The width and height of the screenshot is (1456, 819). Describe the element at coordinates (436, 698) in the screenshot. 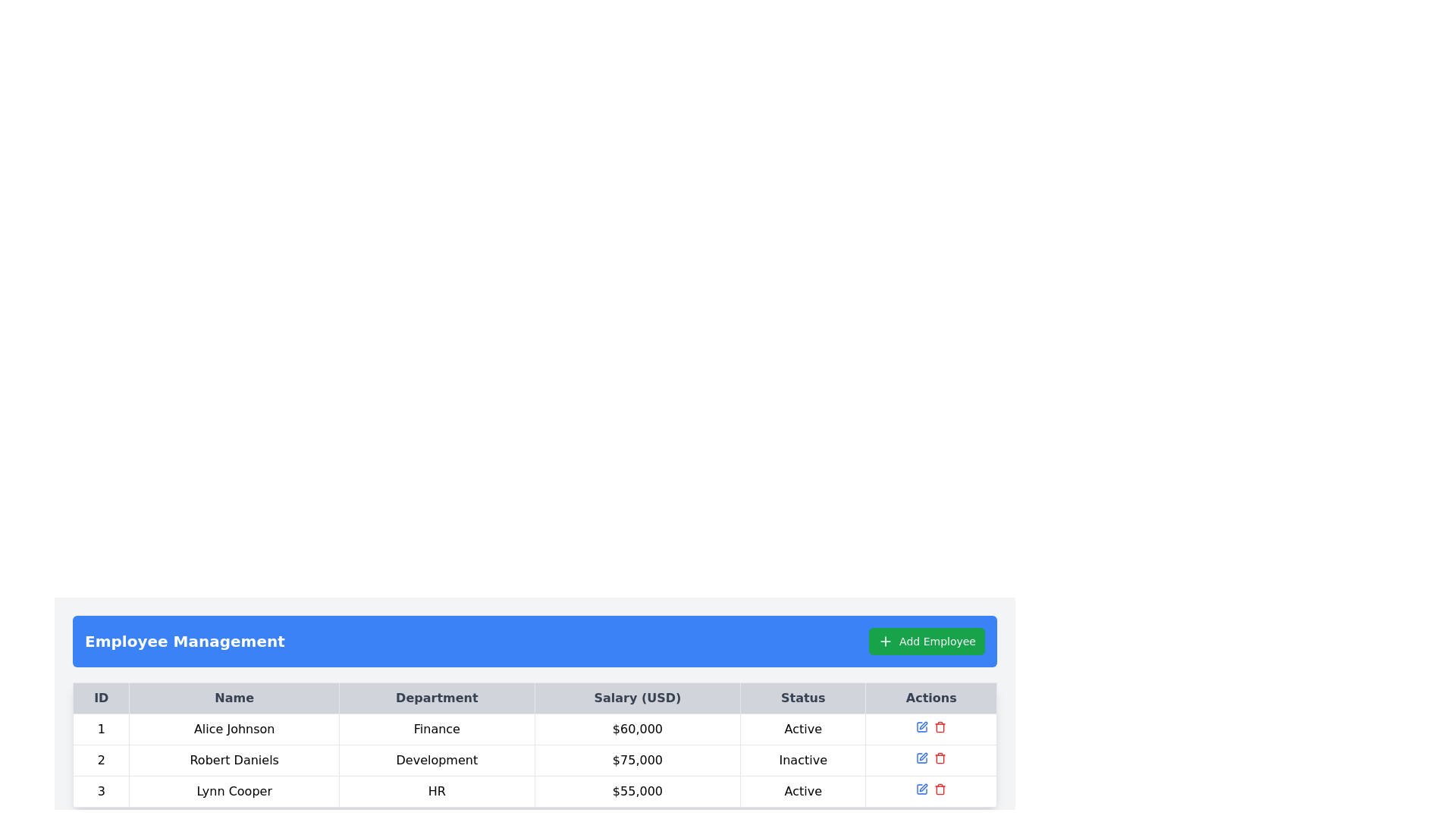

I see `the 'Department' text label, which is a bold black text centered within a light gray rectangular area in the third column of the header row of the Employee Management table` at that location.